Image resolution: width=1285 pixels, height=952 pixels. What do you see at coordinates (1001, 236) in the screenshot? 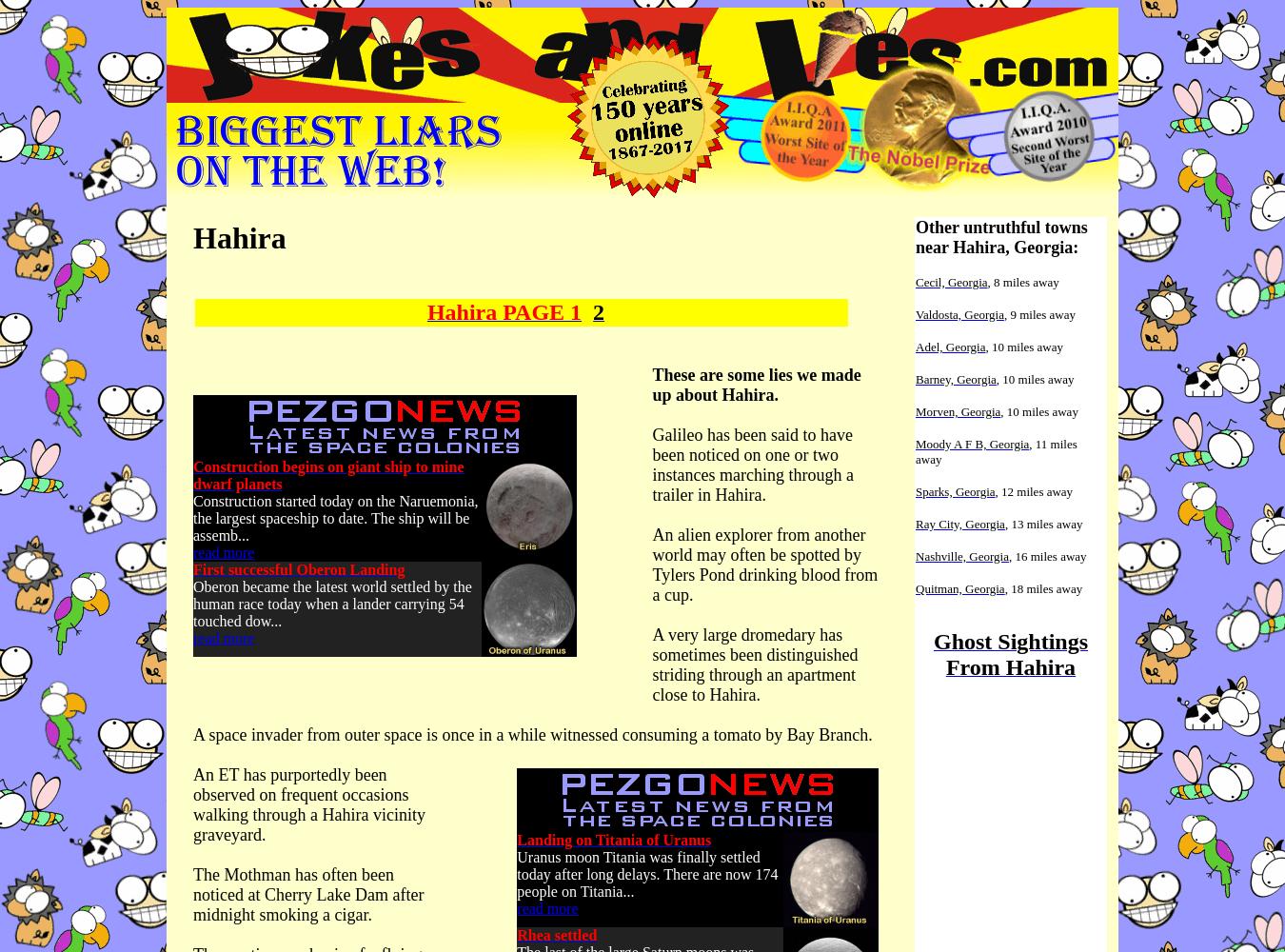
I see `'Other untruthful towns near Hahira, Georgia:'` at bounding box center [1001, 236].